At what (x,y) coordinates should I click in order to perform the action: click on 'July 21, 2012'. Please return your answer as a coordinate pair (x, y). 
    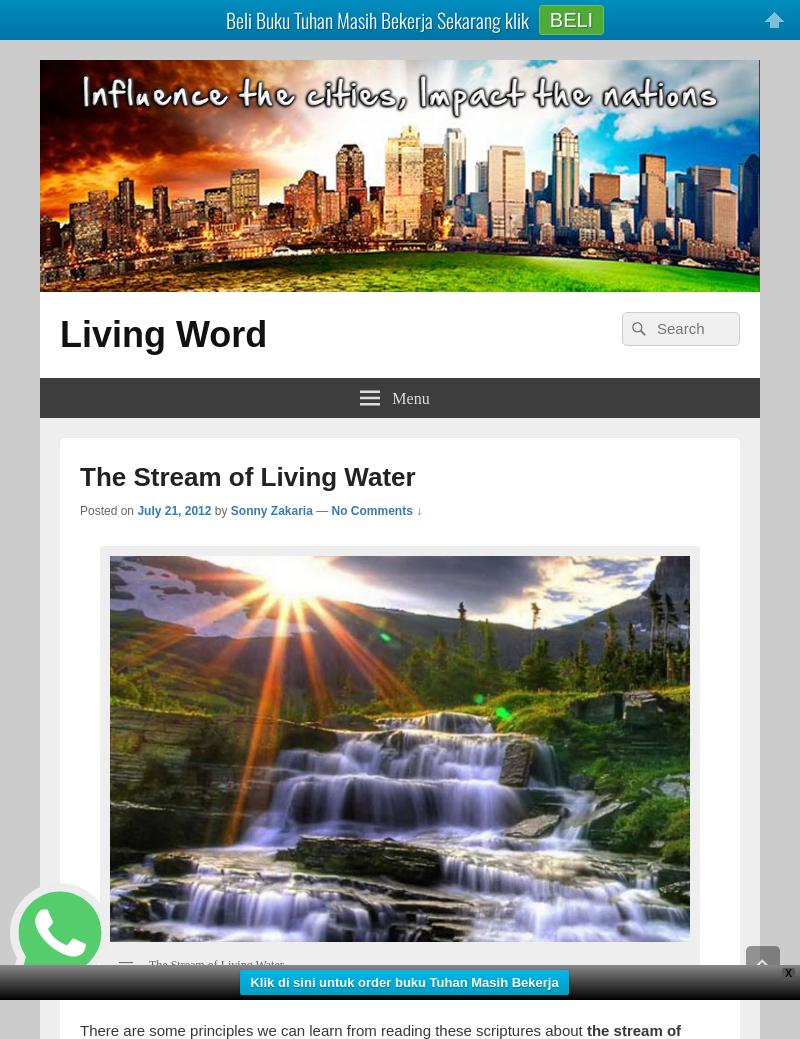
    Looking at the image, I should click on (173, 509).